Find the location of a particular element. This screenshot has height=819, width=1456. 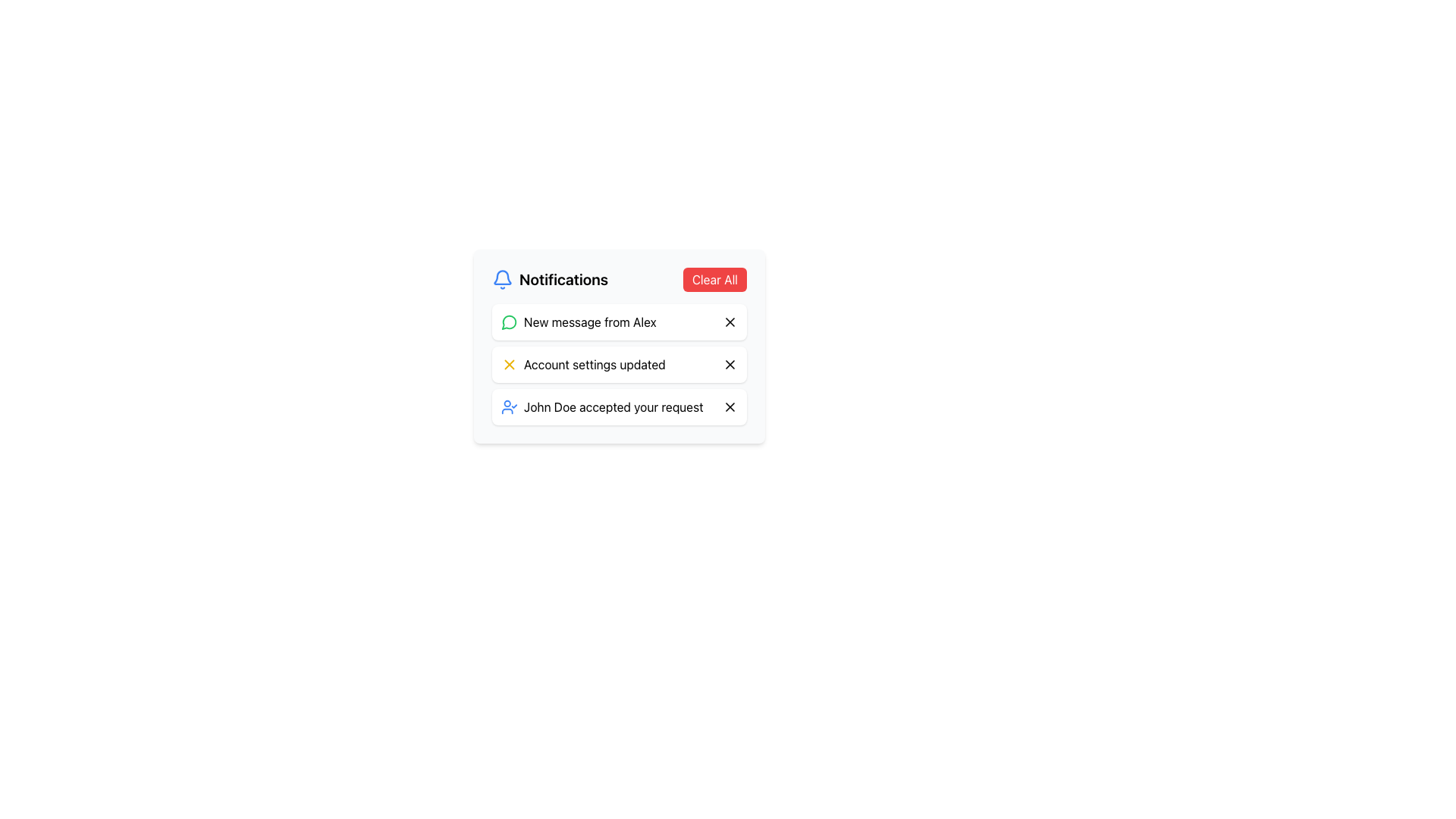

the SVG icon representing the acceptance of a request, located on the left side of the notification with the text 'John Doe accepted your request' is located at coordinates (510, 406).